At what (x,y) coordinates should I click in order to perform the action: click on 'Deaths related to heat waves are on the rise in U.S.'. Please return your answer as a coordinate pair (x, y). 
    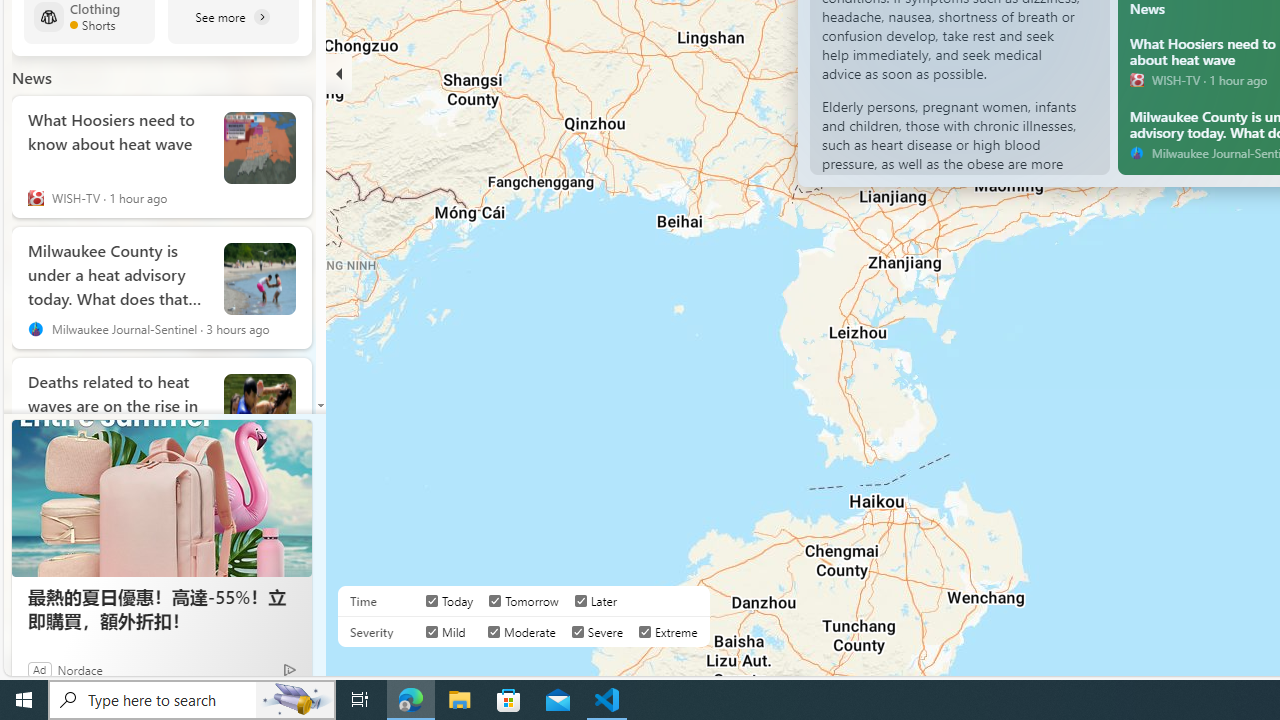
    Looking at the image, I should click on (116, 401).